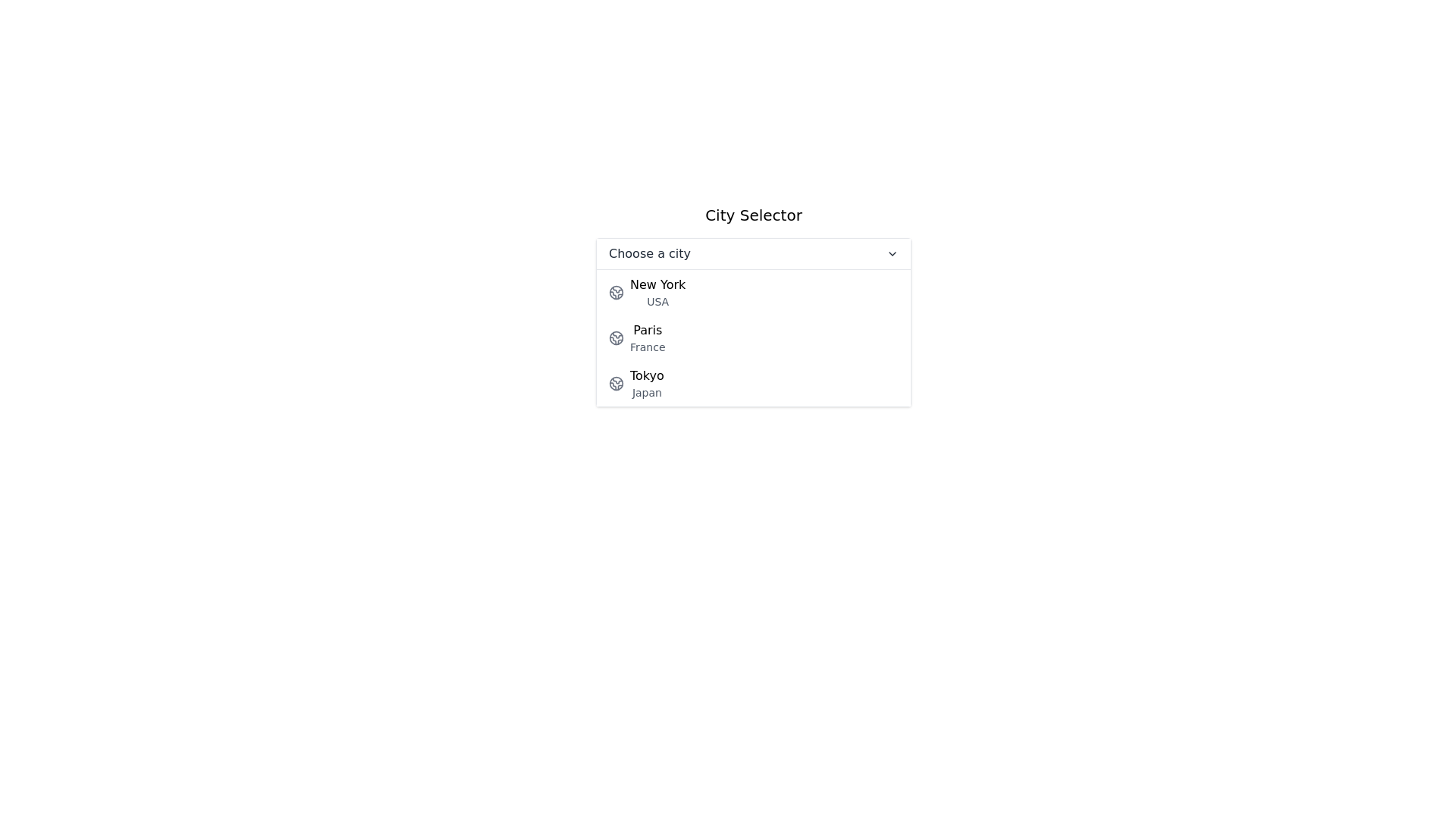  Describe the element at coordinates (647, 375) in the screenshot. I see `text label displaying the city name 'Tokyo' located in the dropdown selection area under the header 'City Selector'` at that location.